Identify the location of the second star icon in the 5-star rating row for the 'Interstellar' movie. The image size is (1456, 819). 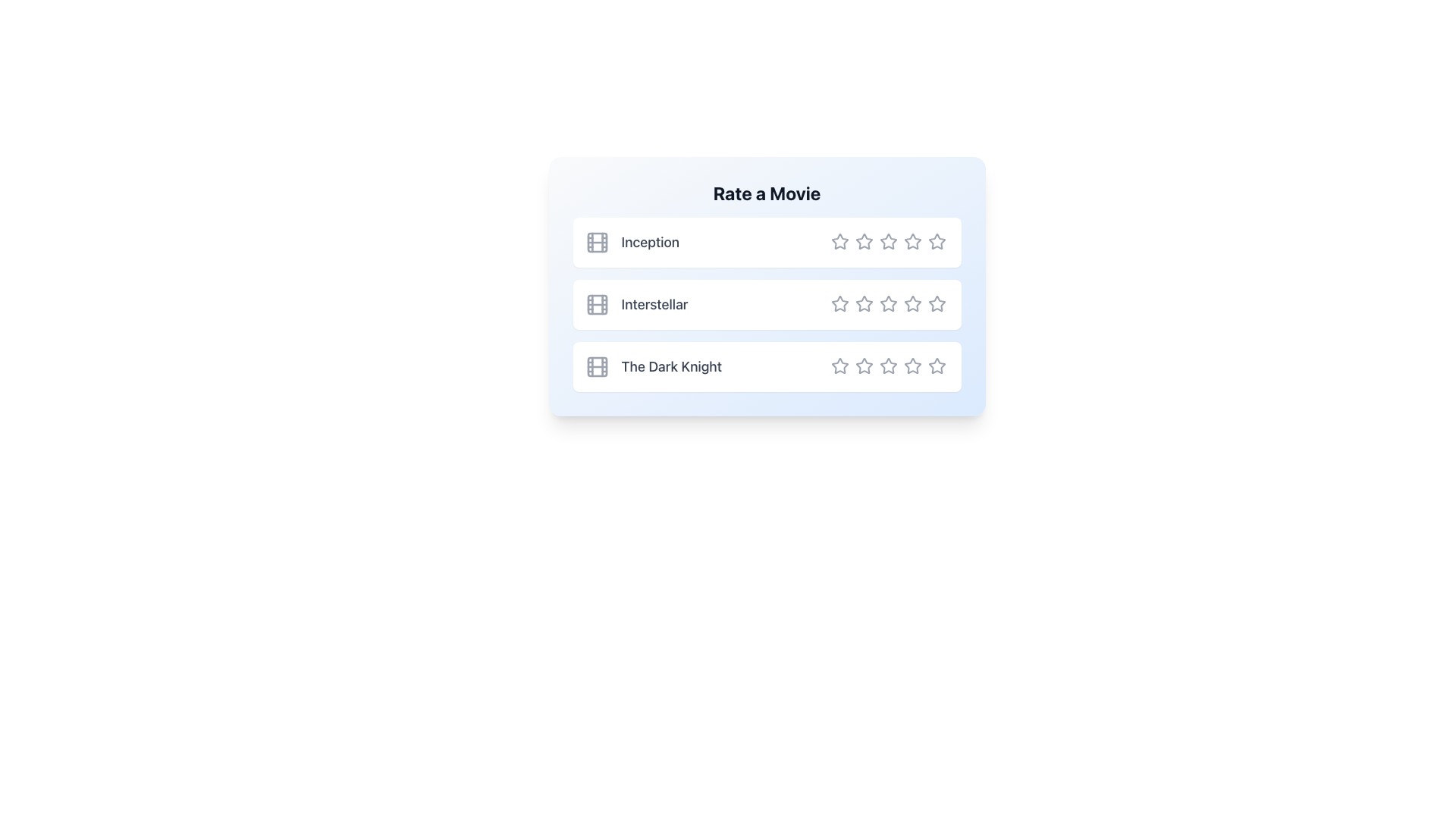
(864, 304).